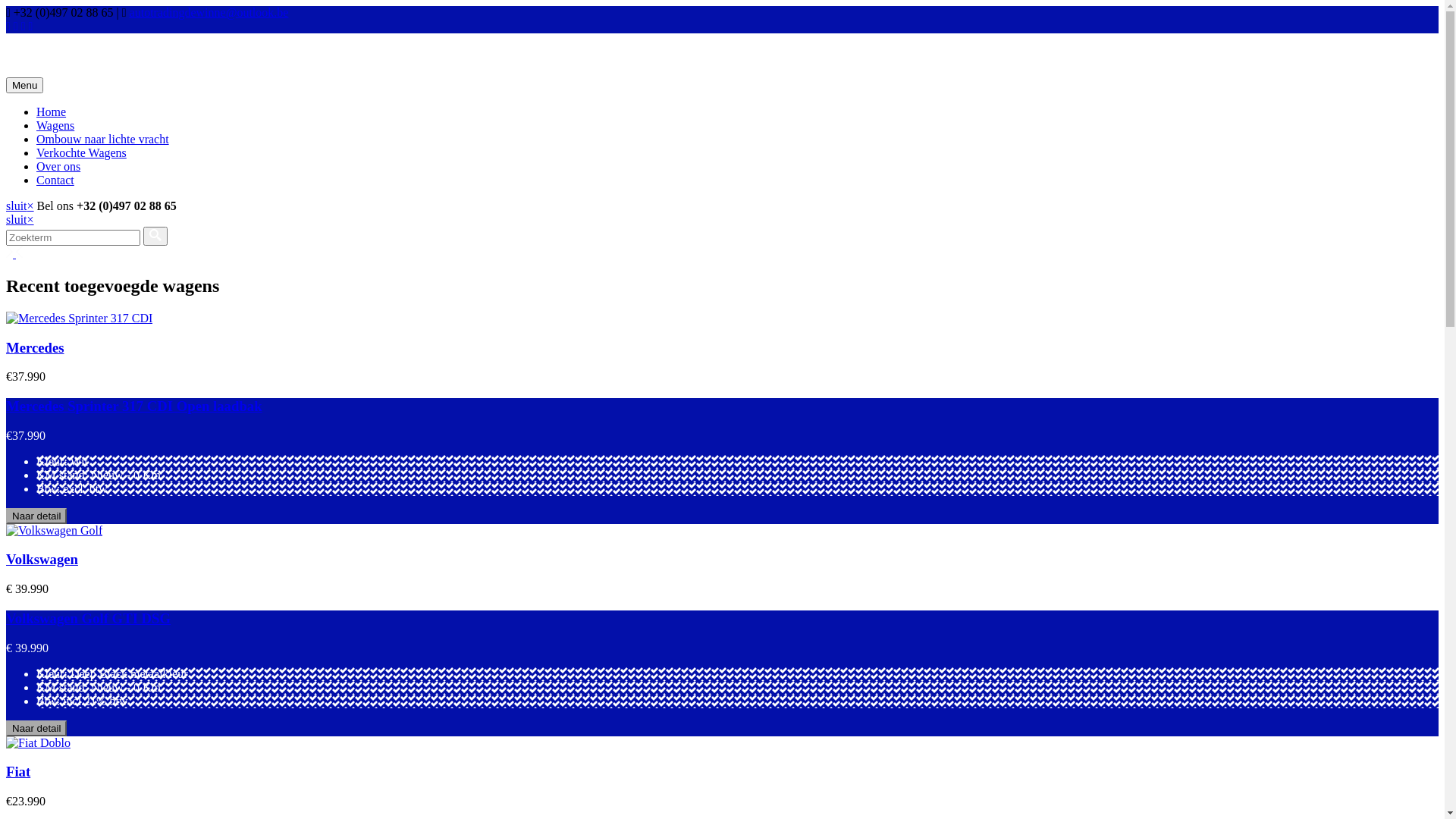  What do you see at coordinates (87, 618) in the screenshot?
I see `'Volkswagen Golf GTI DSG'` at bounding box center [87, 618].